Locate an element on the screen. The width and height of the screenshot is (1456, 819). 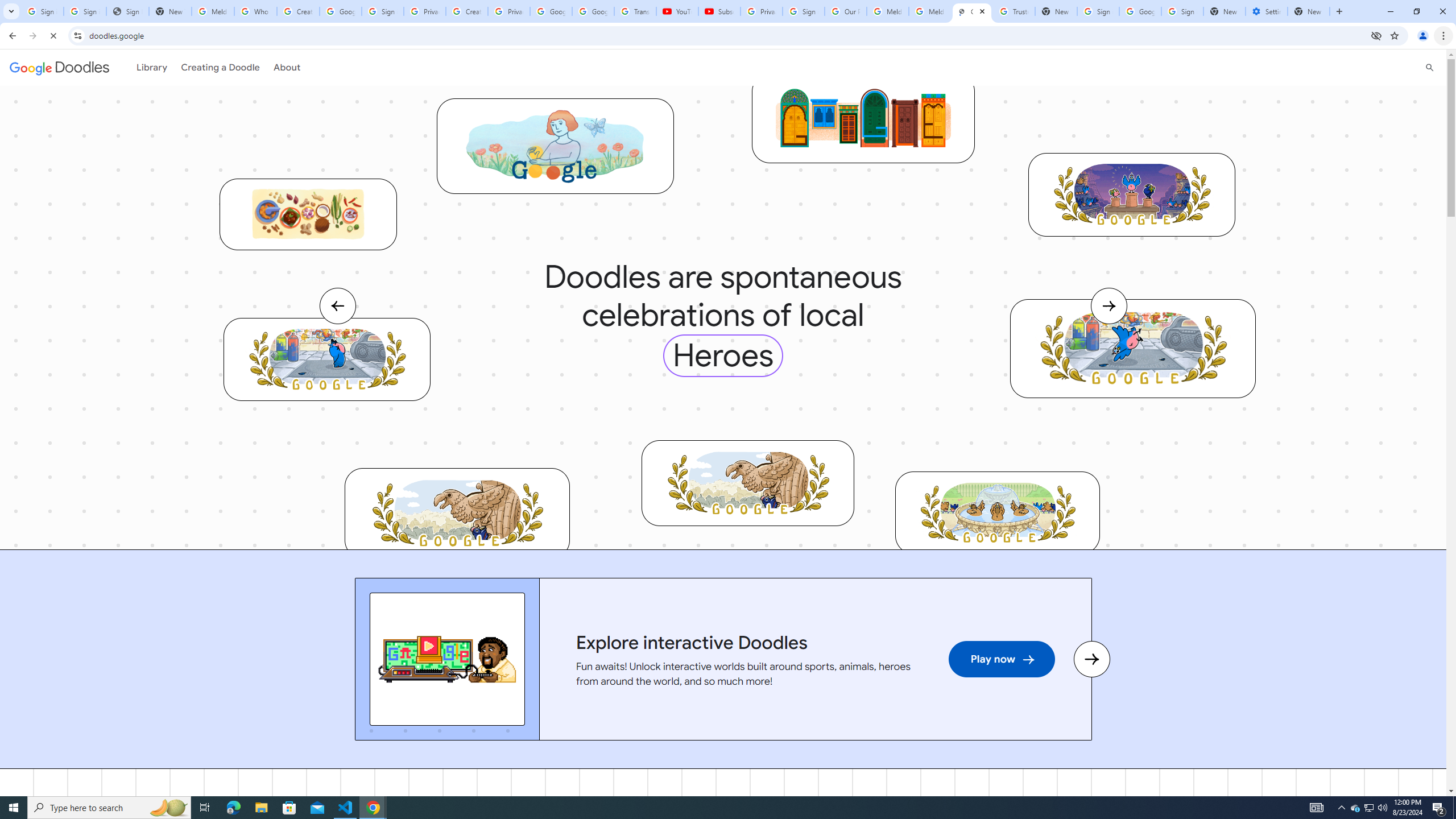
'Google doodles' is located at coordinates (59, 67).